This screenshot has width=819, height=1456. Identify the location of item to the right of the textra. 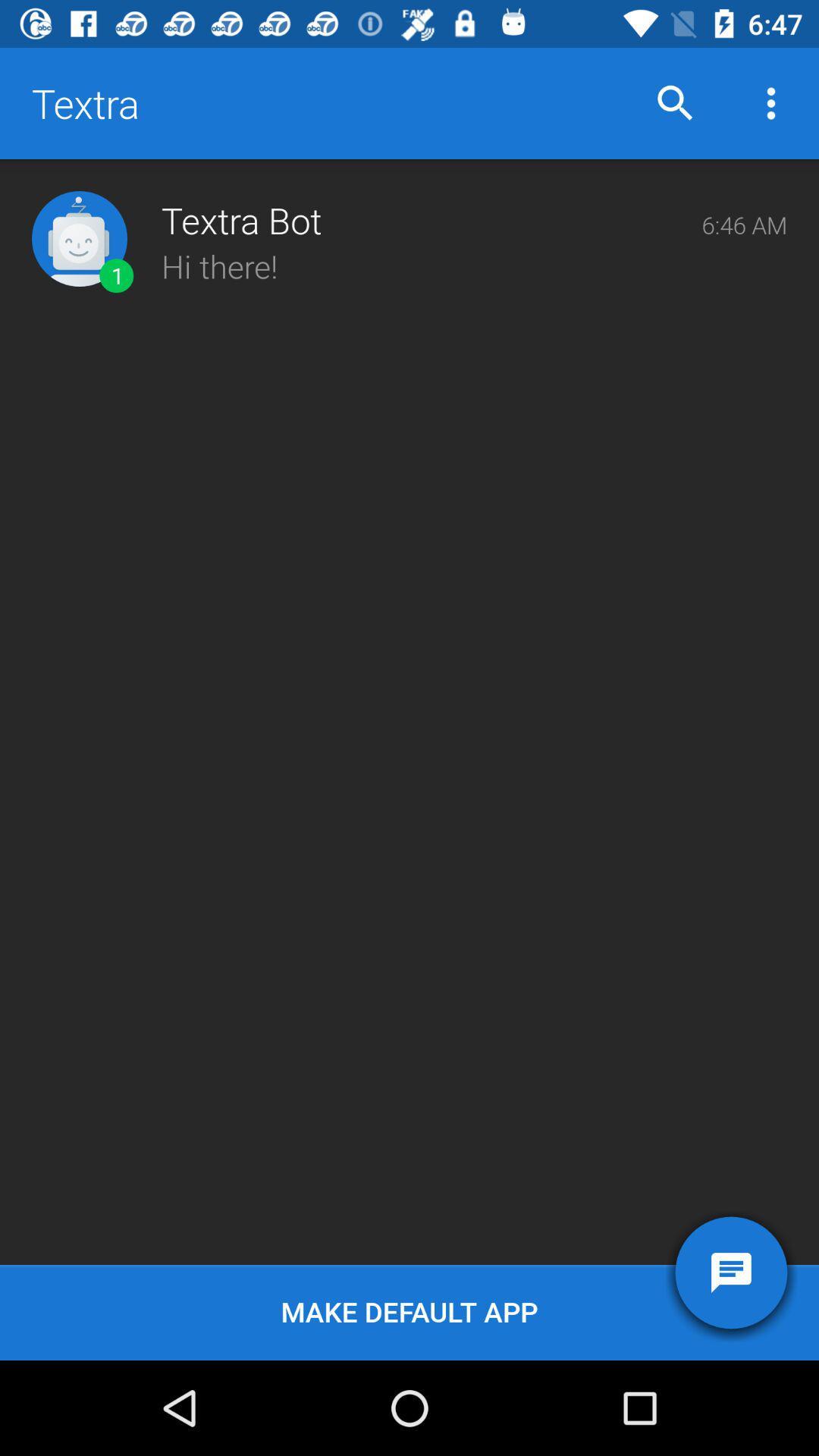
(675, 102).